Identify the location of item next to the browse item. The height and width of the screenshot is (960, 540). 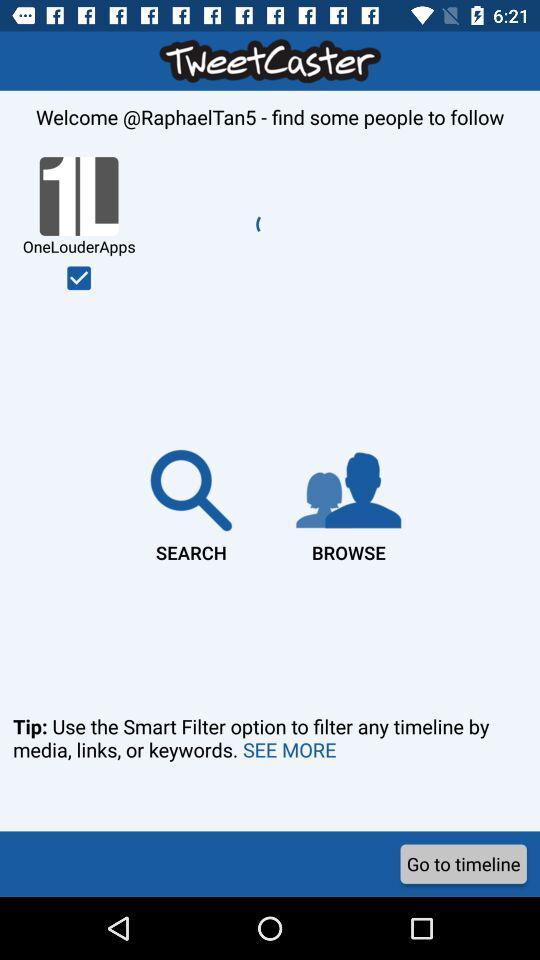
(191, 501).